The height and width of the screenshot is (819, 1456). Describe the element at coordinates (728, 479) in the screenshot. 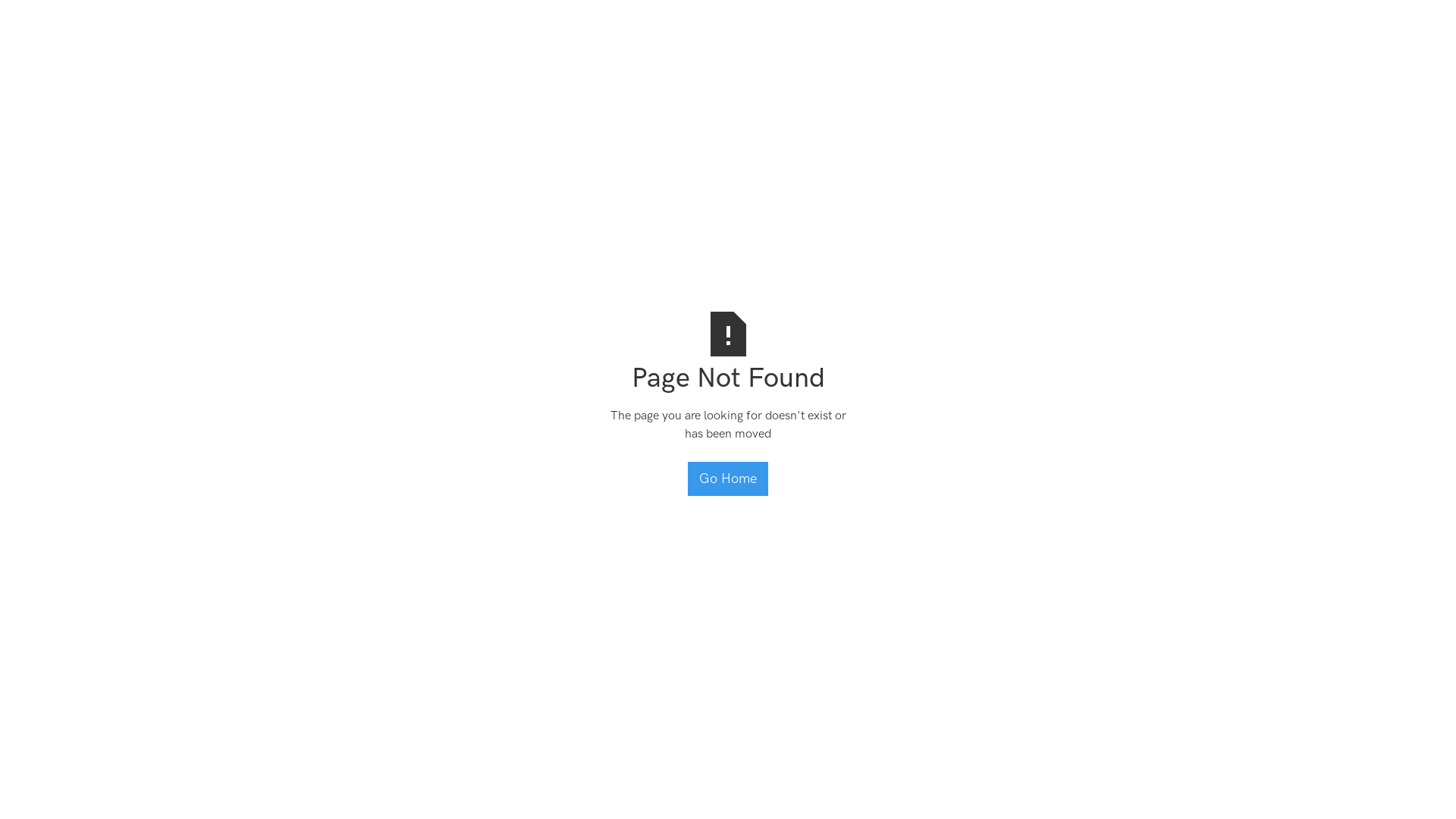

I see `'Go Home'` at that location.